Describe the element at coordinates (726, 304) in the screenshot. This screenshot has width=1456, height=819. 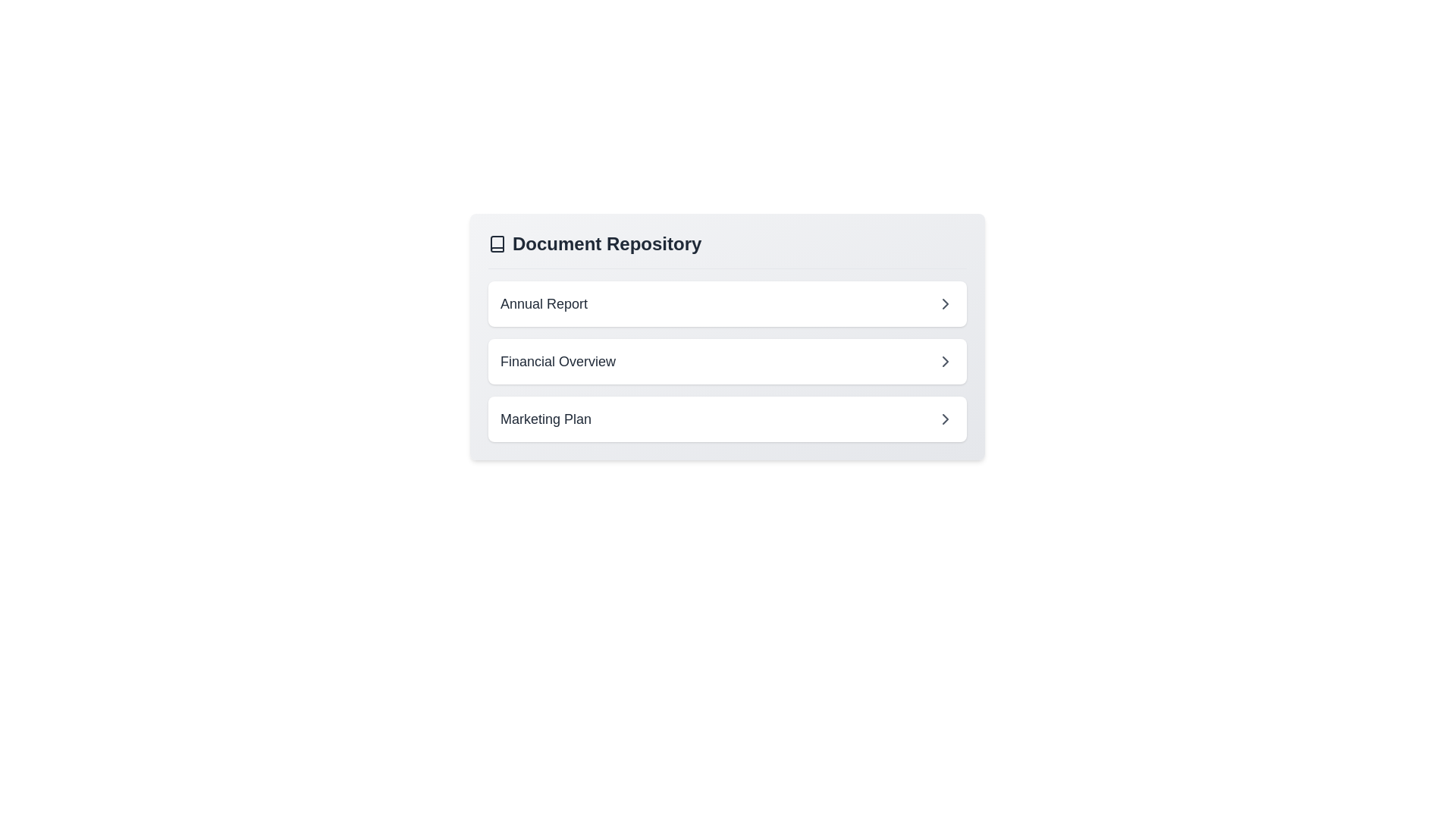
I see `the 'Annual Report' button-like list item` at that location.